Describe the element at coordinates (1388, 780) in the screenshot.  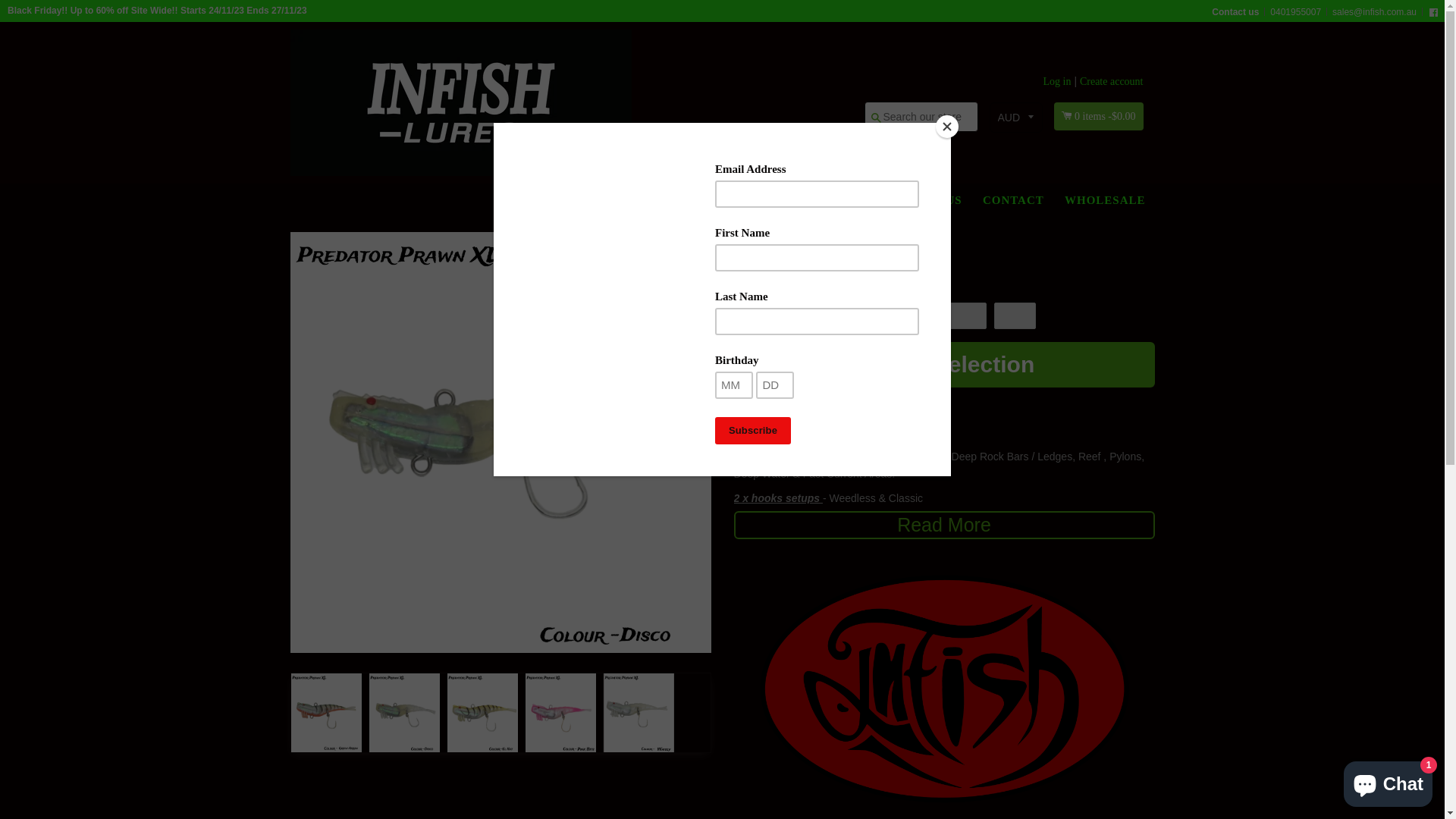
I see `'Shopify online store chat'` at that location.